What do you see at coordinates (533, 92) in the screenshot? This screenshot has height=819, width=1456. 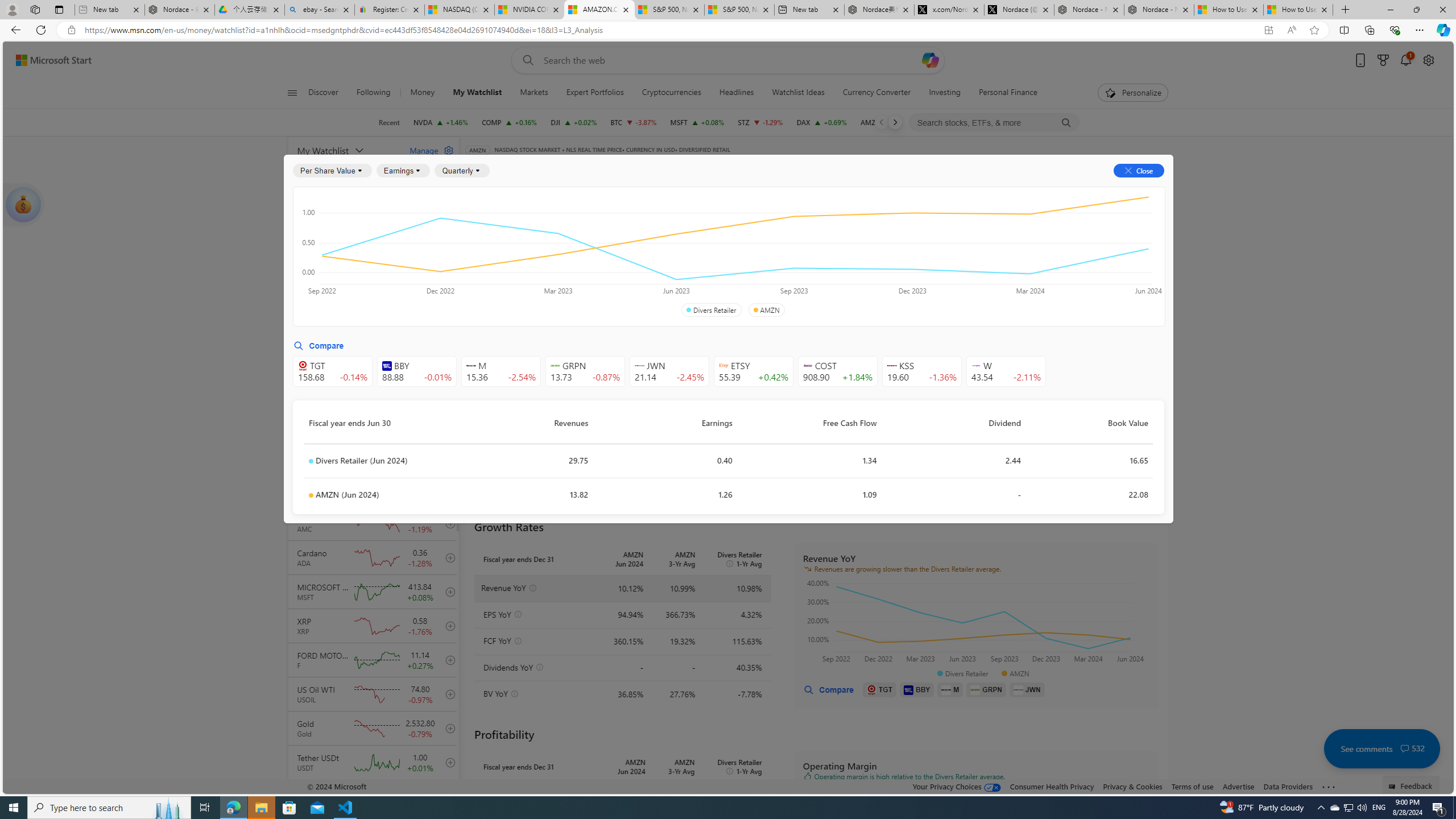 I see `'Markets'` at bounding box center [533, 92].